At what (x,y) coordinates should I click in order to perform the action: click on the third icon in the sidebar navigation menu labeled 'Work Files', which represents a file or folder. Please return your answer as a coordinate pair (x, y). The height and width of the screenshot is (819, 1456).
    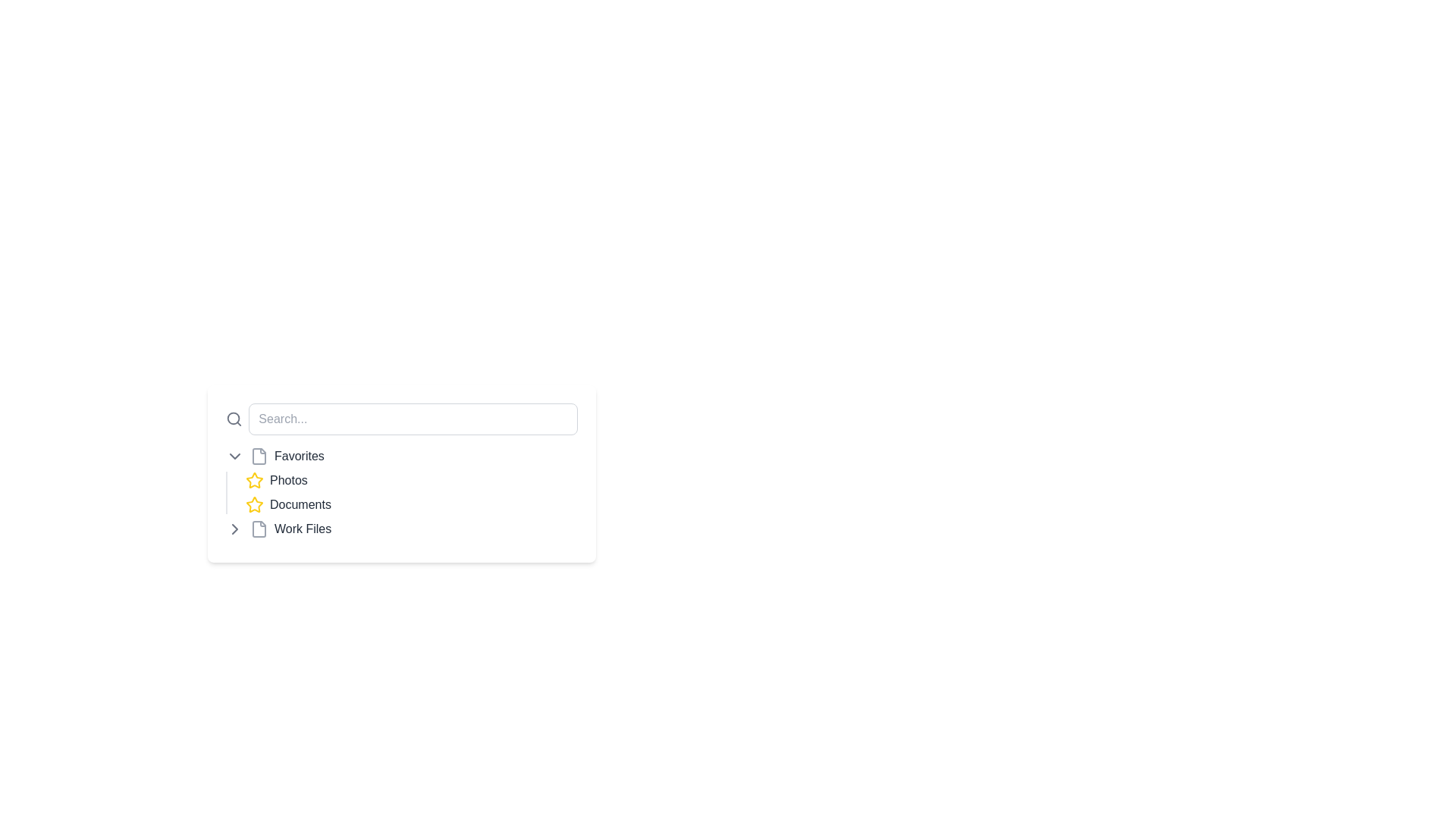
    Looking at the image, I should click on (259, 529).